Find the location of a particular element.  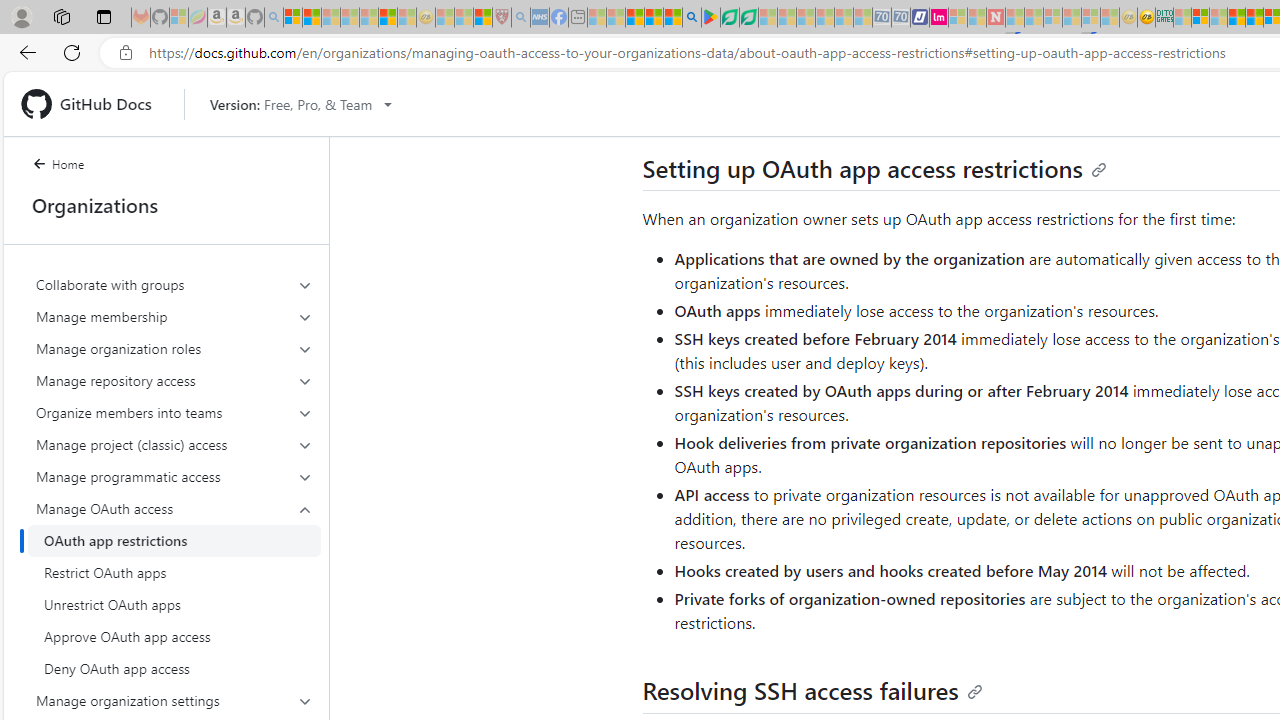

'Manage programmatic access' is located at coordinates (174, 477).